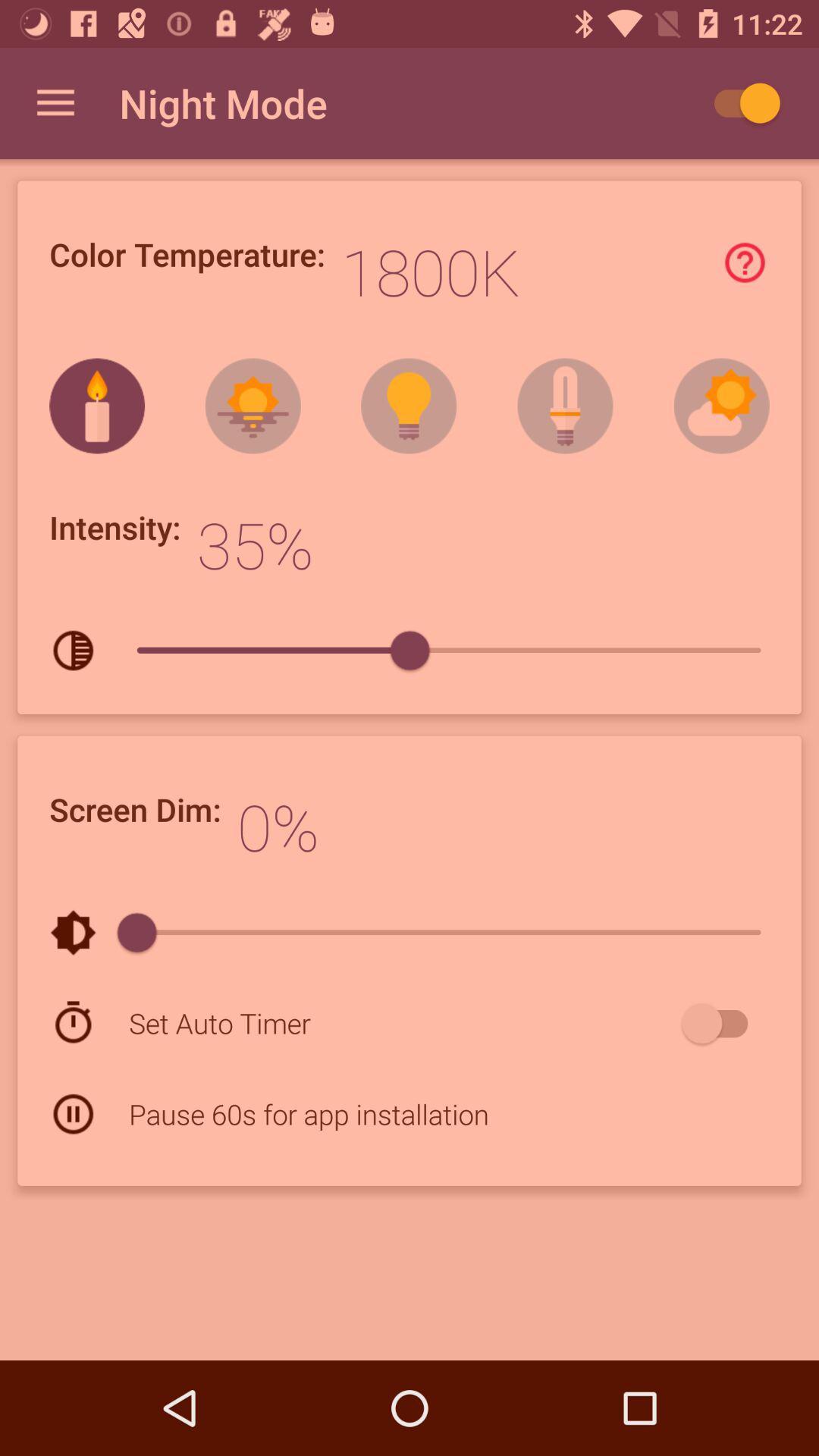 This screenshot has height=1456, width=819. What do you see at coordinates (744, 262) in the screenshot?
I see `help` at bounding box center [744, 262].